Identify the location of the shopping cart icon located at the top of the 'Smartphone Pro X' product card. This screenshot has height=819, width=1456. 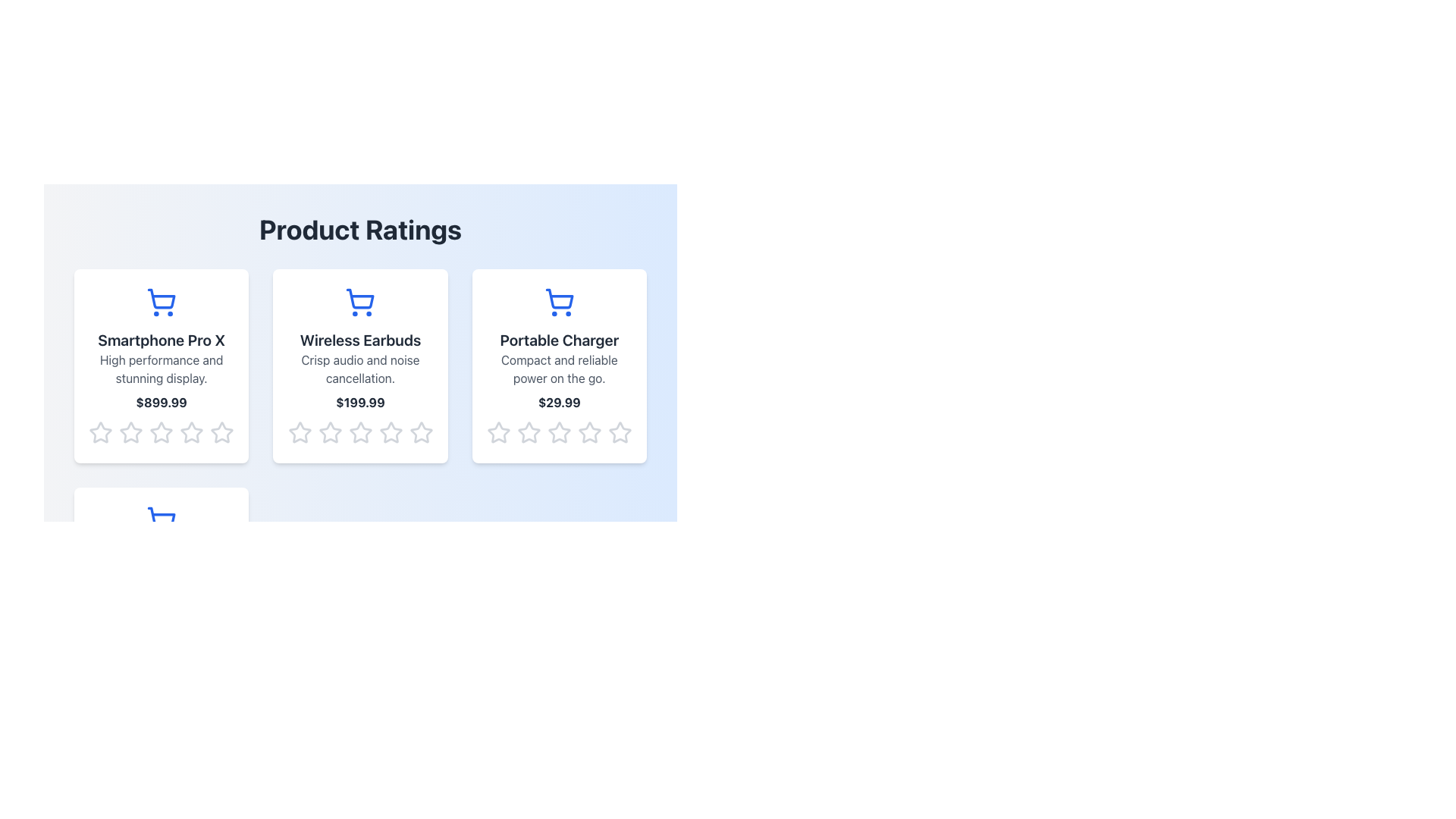
(162, 302).